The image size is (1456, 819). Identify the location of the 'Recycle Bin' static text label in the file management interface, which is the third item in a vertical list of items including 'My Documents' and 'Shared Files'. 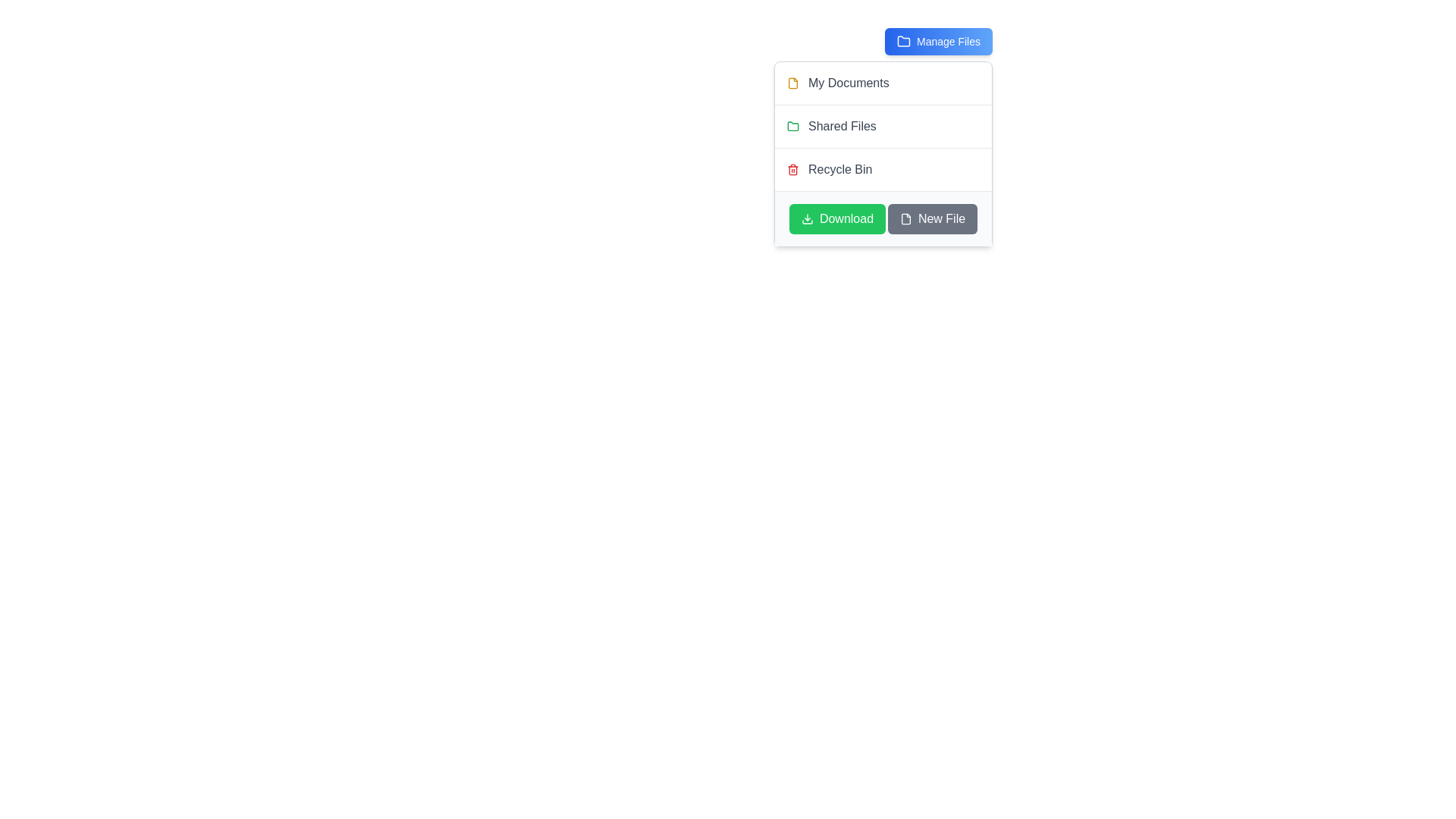
(839, 169).